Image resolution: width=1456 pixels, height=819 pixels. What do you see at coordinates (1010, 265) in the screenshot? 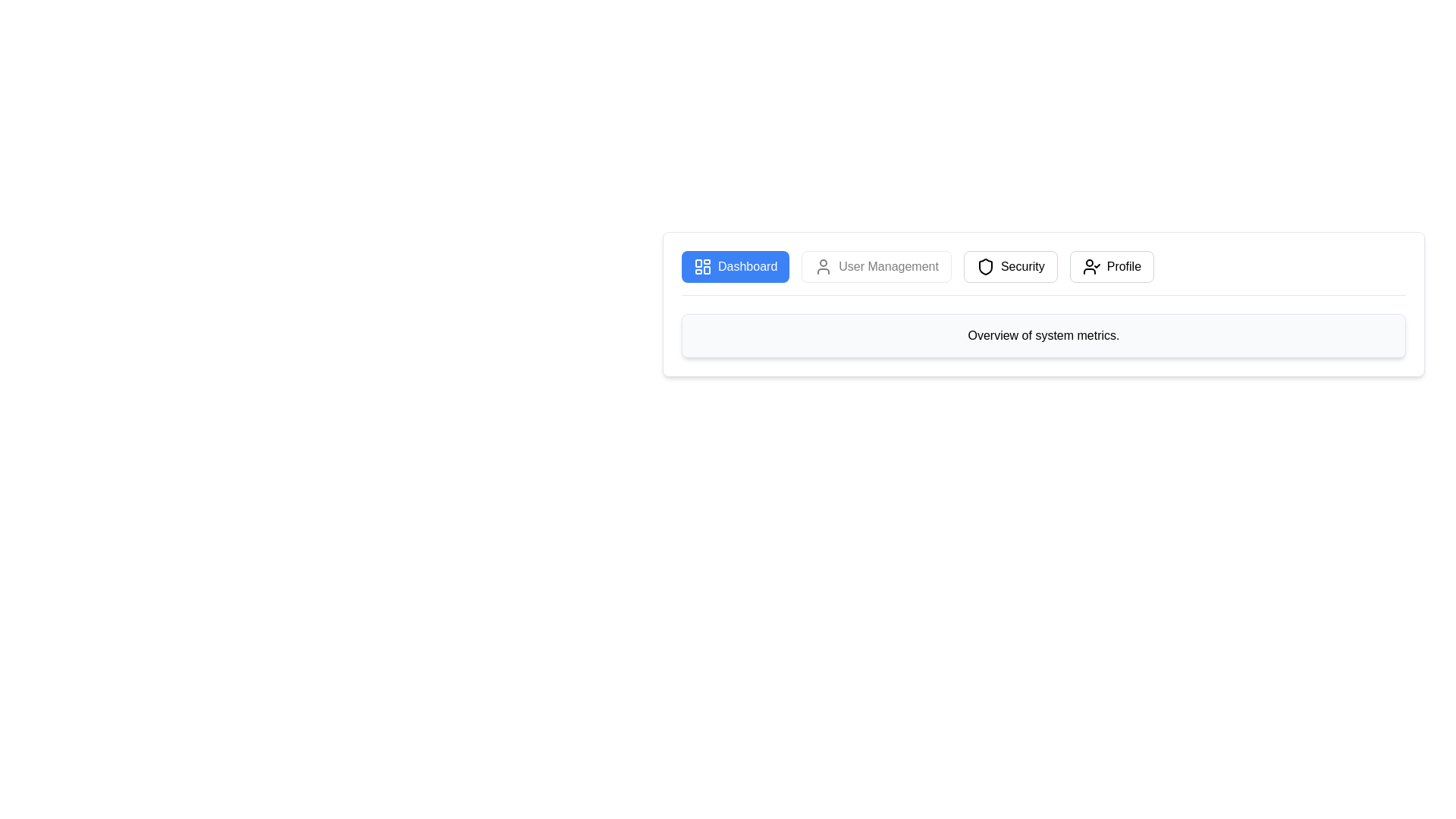
I see `the 'Security' button, which is a rectangular button with rounded corners and a shield icon` at bounding box center [1010, 265].